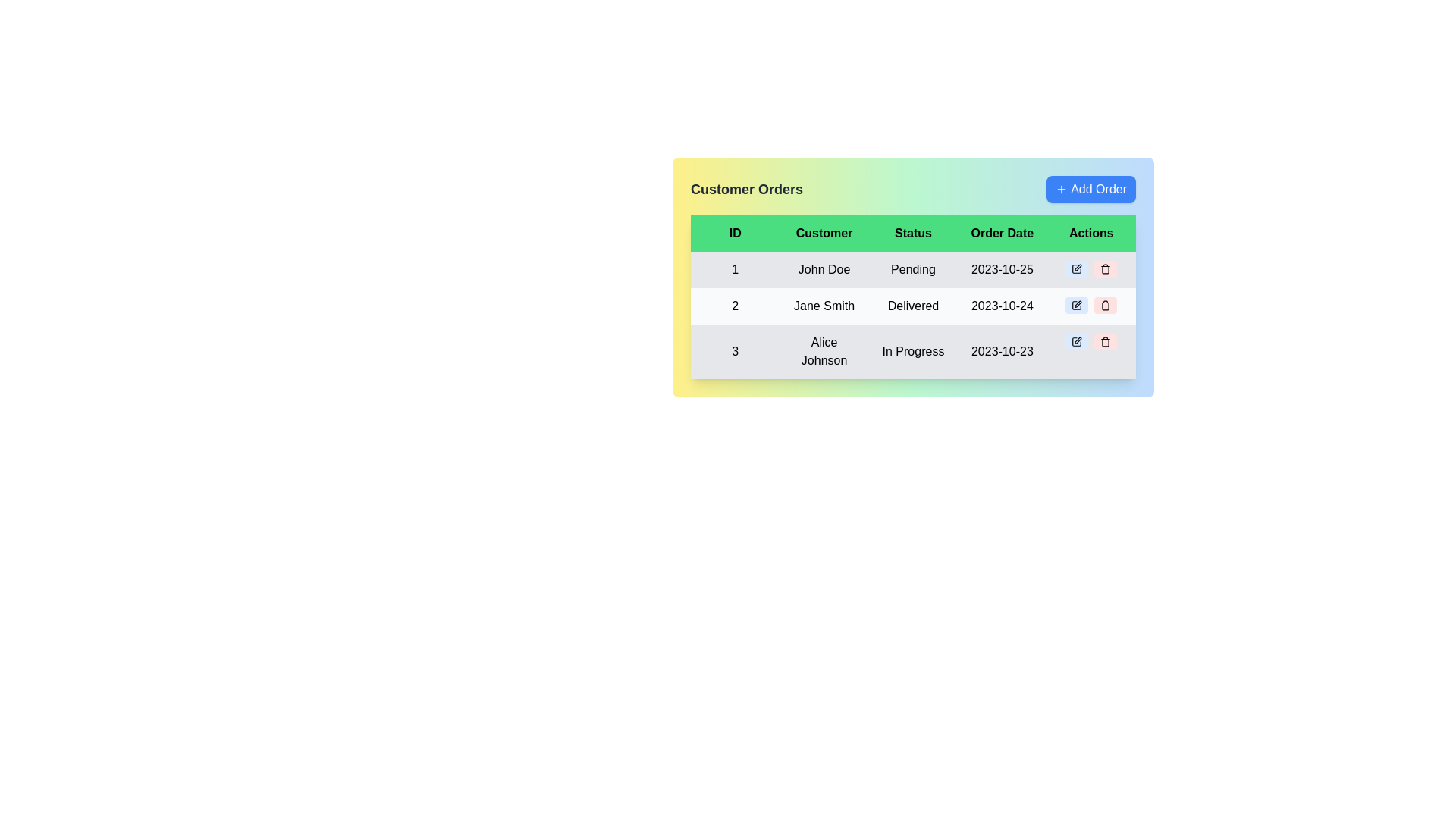 This screenshot has height=819, width=1456. Describe the element at coordinates (912, 306) in the screenshot. I see `the second row in the 'Customer Orders' table` at that location.